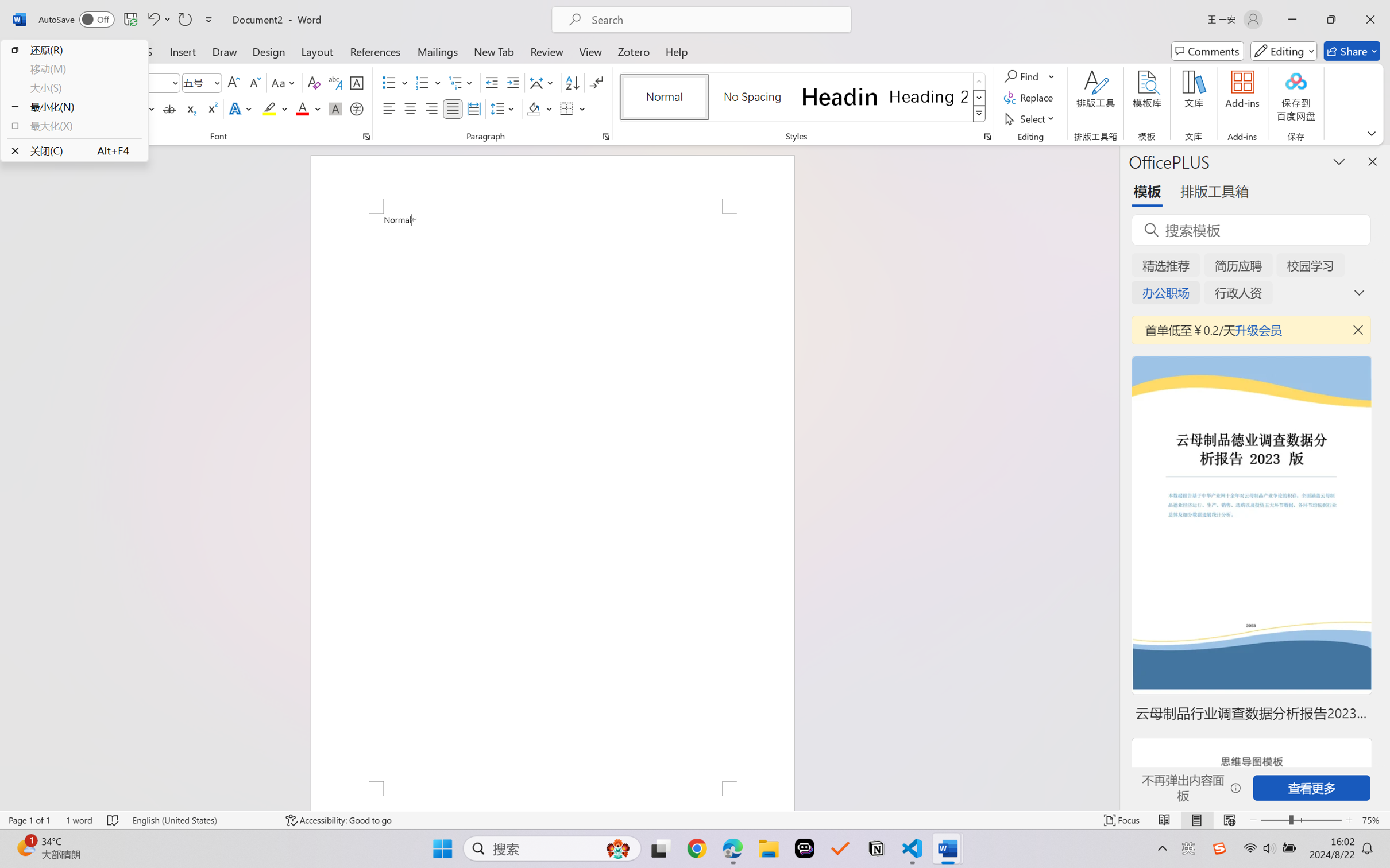 This screenshot has width=1390, height=868. Describe the element at coordinates (1207, 51) in the screenshot. I see `'Comments'` at that location.